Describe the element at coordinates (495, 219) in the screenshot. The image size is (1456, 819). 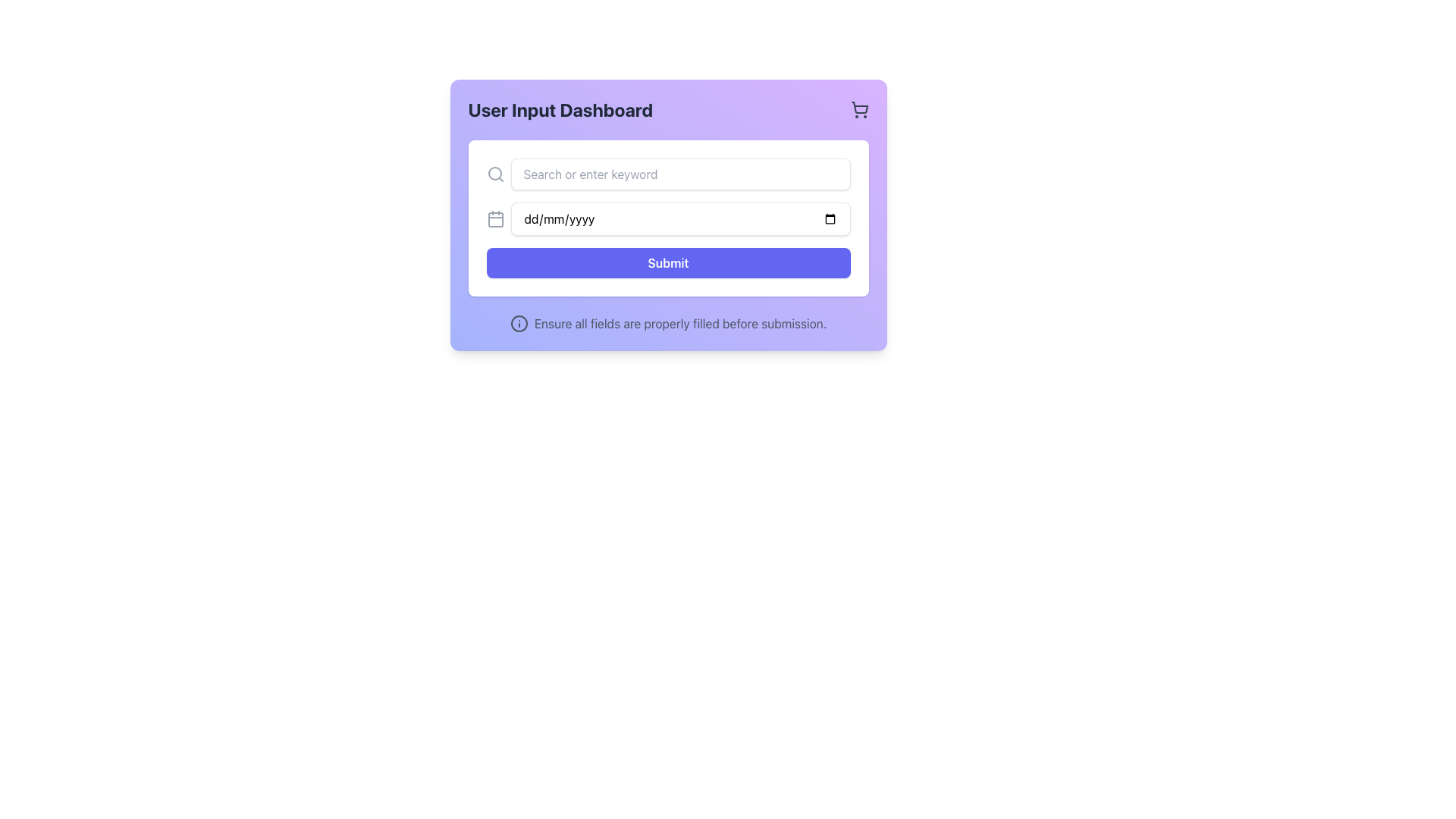
I see `the SVG shape that is part of the calendar icon, located immediately to the left of the 'dd/mm/yyyy' date input field` at that location.